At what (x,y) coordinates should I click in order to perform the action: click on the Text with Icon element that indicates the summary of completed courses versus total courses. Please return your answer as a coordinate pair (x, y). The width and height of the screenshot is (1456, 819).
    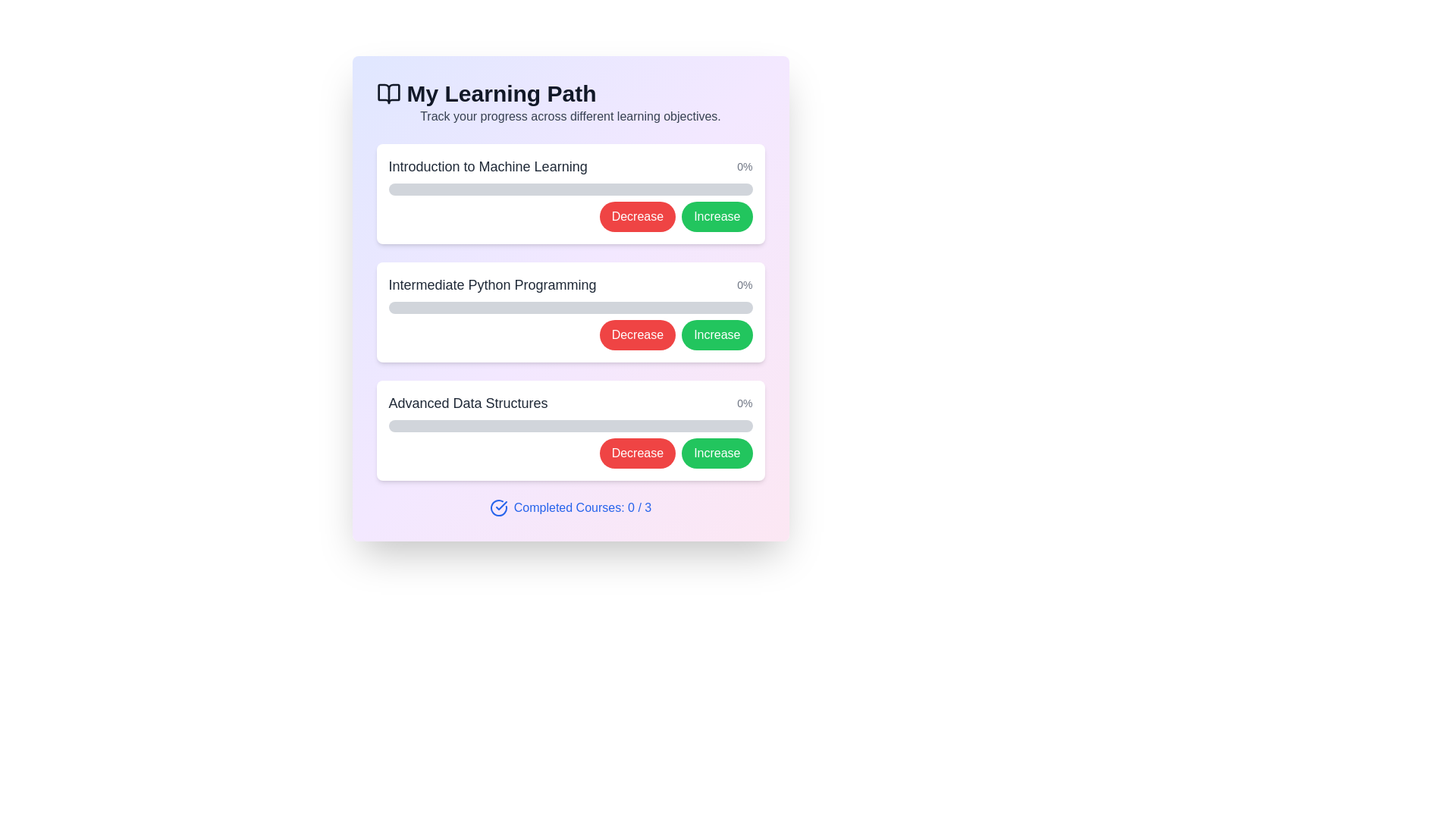
    Looking at the image, I should click on (570, 508).